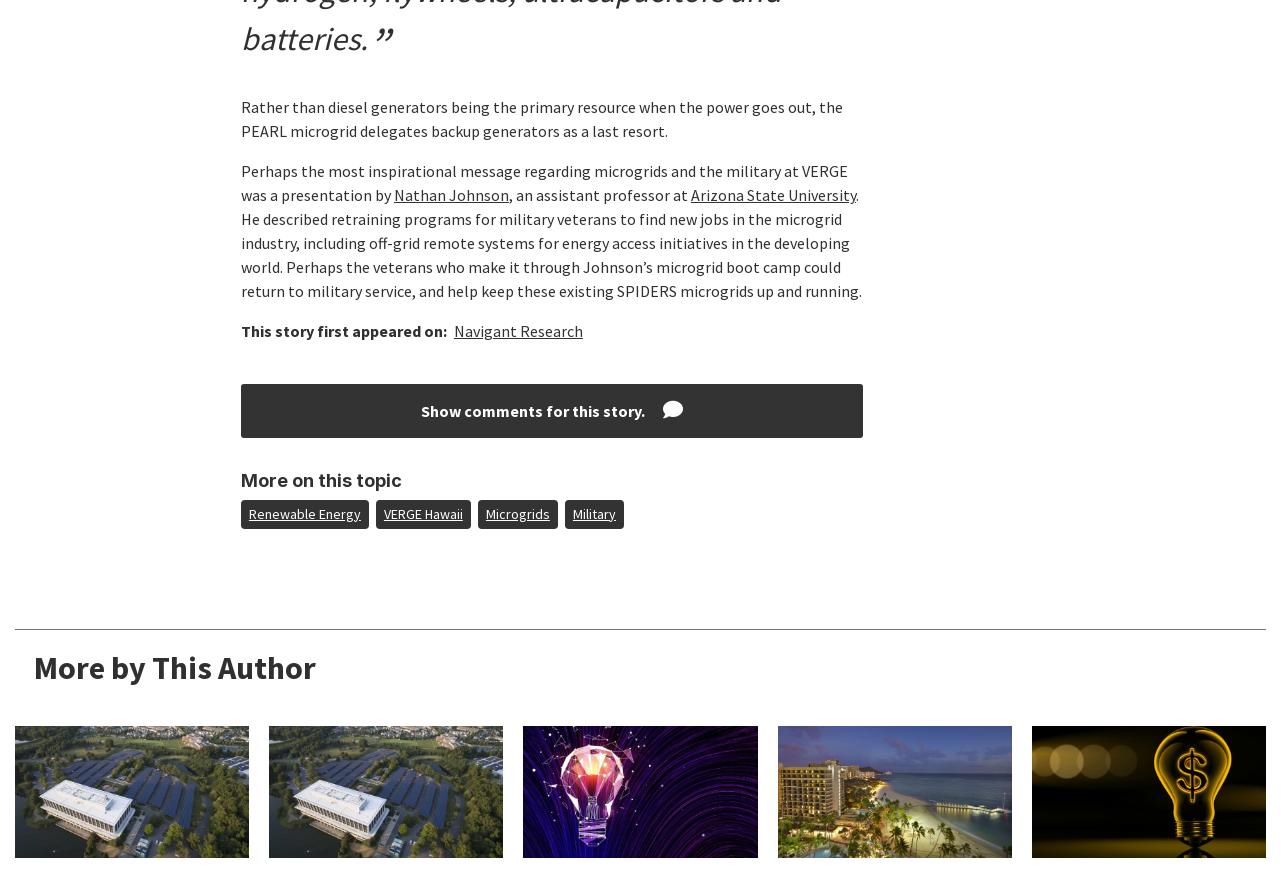 This screenshot has width=1281, height=895. I want to click on 'More by This Author', so click(173, 666).